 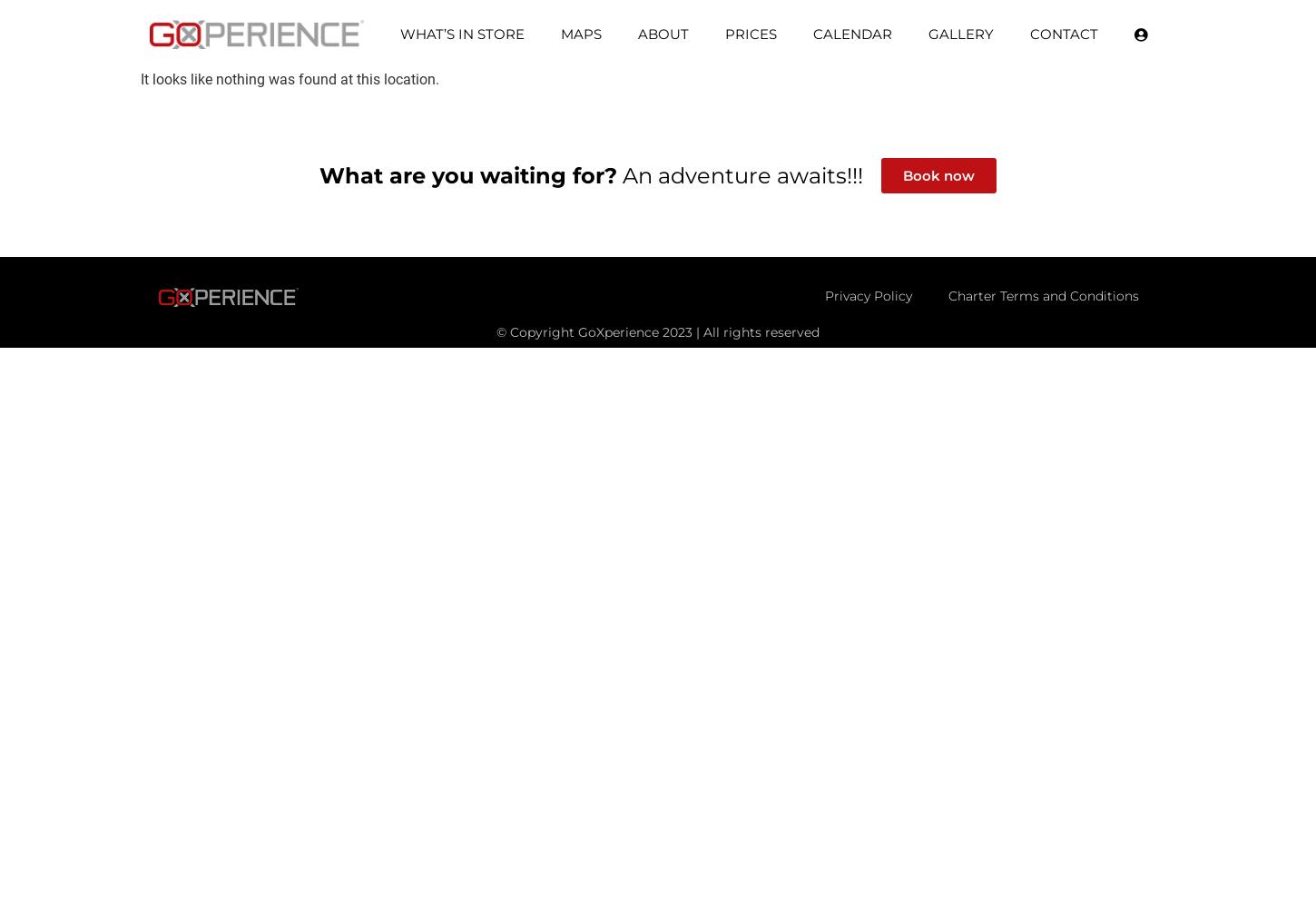 What do you see at coordinates (398, 34) in the screenshot?
I see `'What’s In Store'` at bounding box center [398, 34].